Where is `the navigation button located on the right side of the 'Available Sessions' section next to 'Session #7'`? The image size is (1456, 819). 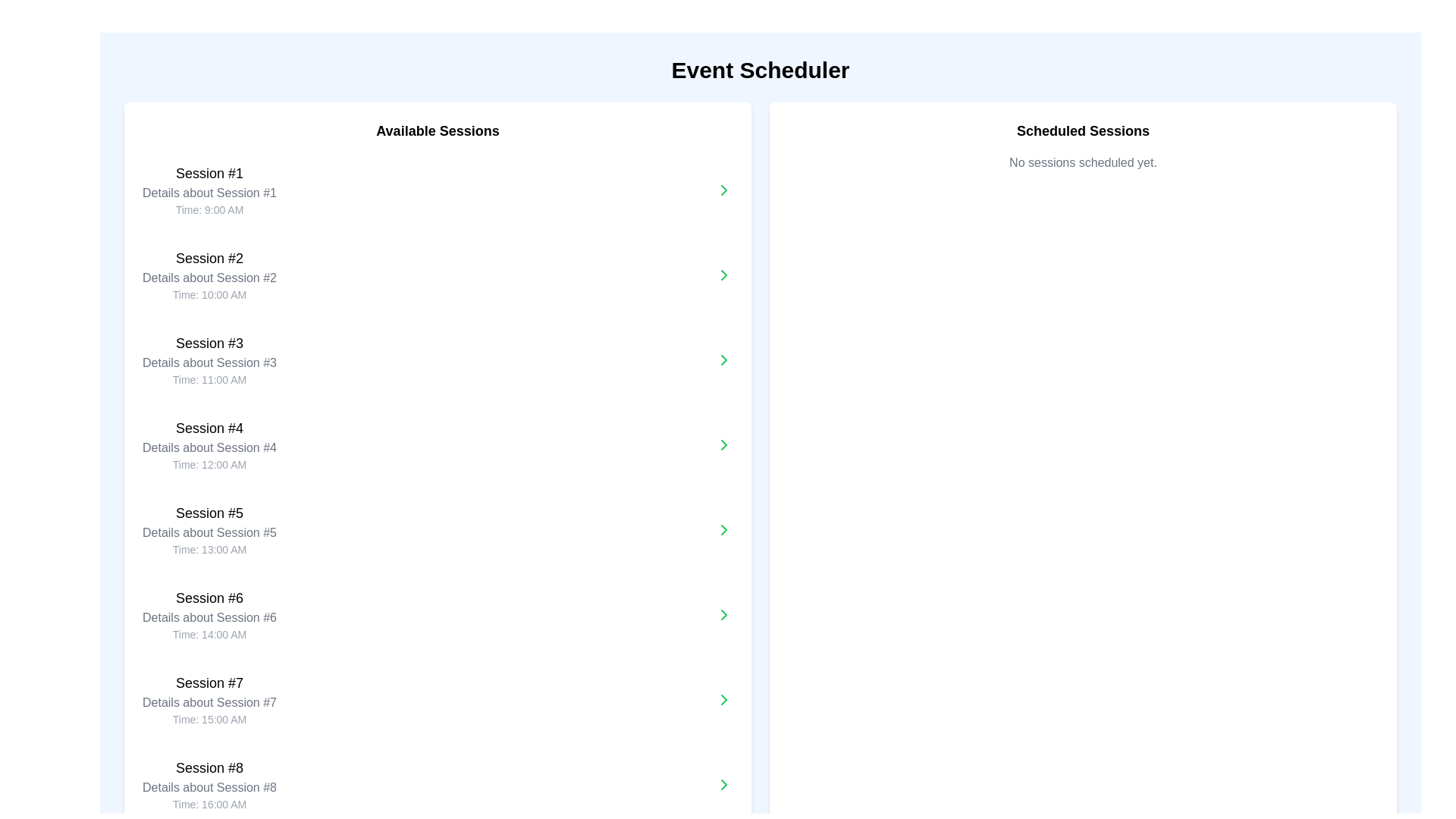
the navigation button located on the right side of the 'Available Sessions' section next to 'Session #7' is located at coordinates (723, 699).